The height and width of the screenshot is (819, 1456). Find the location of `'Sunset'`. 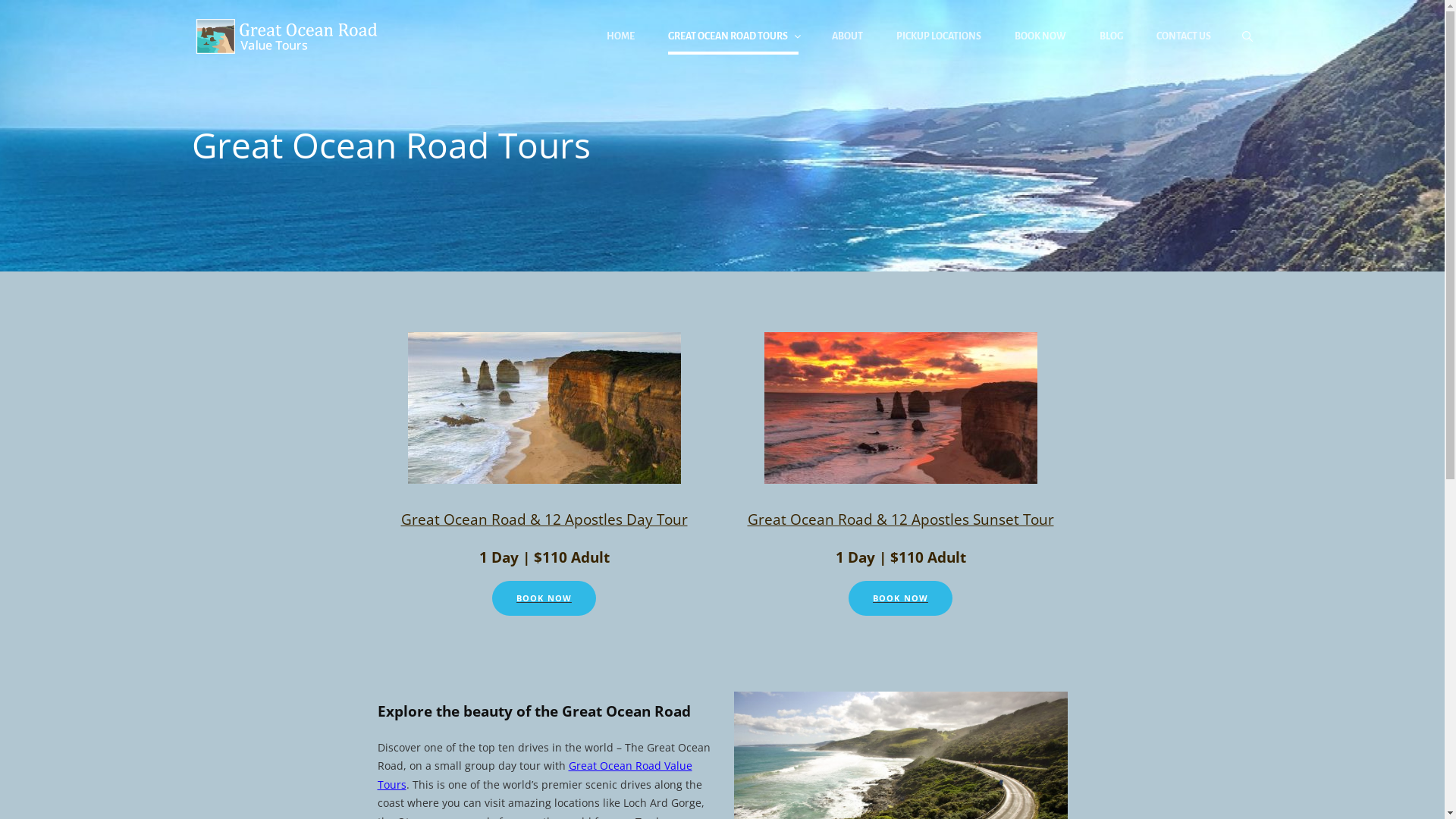

'Sunset' is located at coordinates (901, 406).